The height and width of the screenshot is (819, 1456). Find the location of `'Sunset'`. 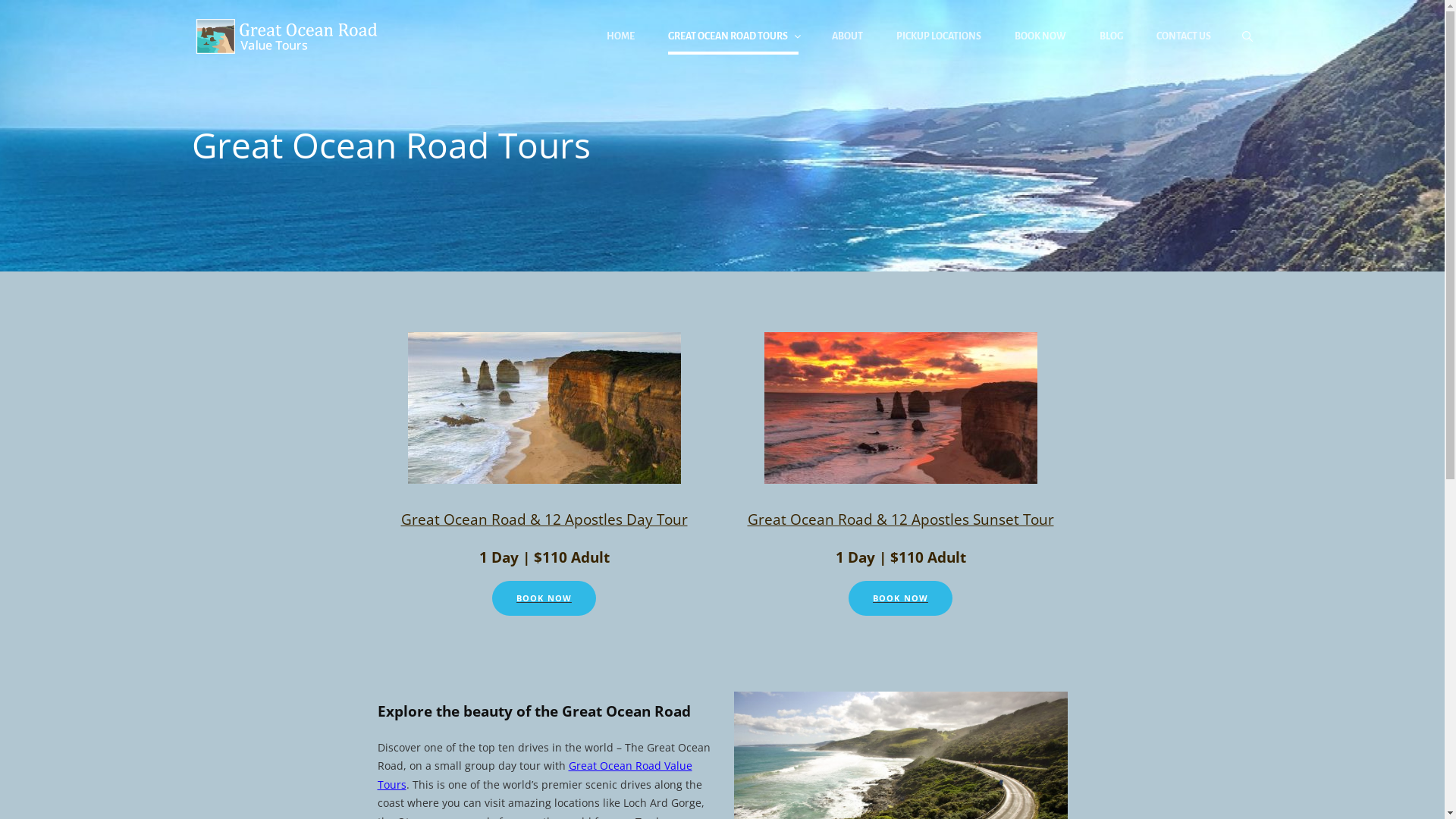

'Sunset' is located at coordinates (901, 406).